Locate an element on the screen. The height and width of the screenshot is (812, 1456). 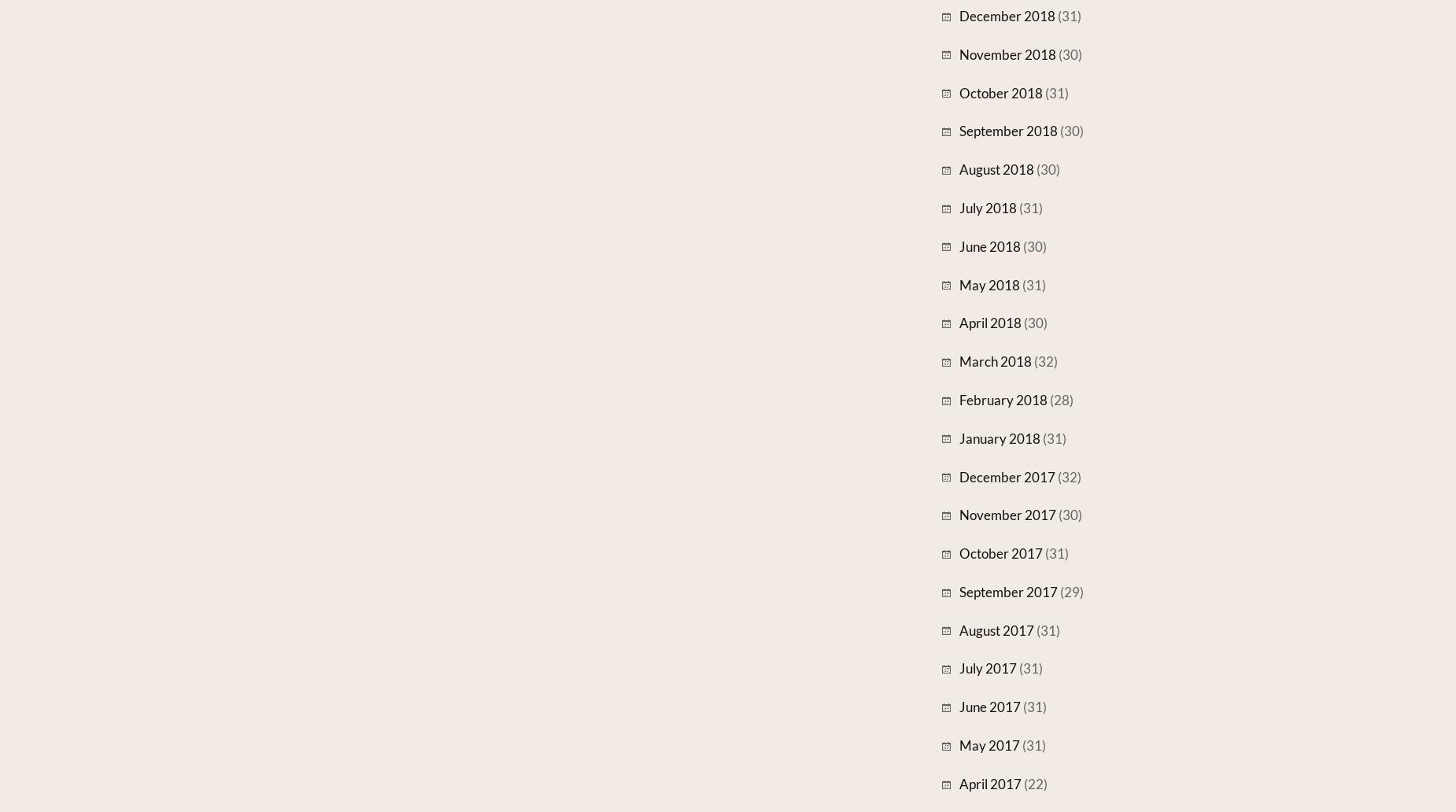
'February 2018' is located at coordinates (1003, 398).